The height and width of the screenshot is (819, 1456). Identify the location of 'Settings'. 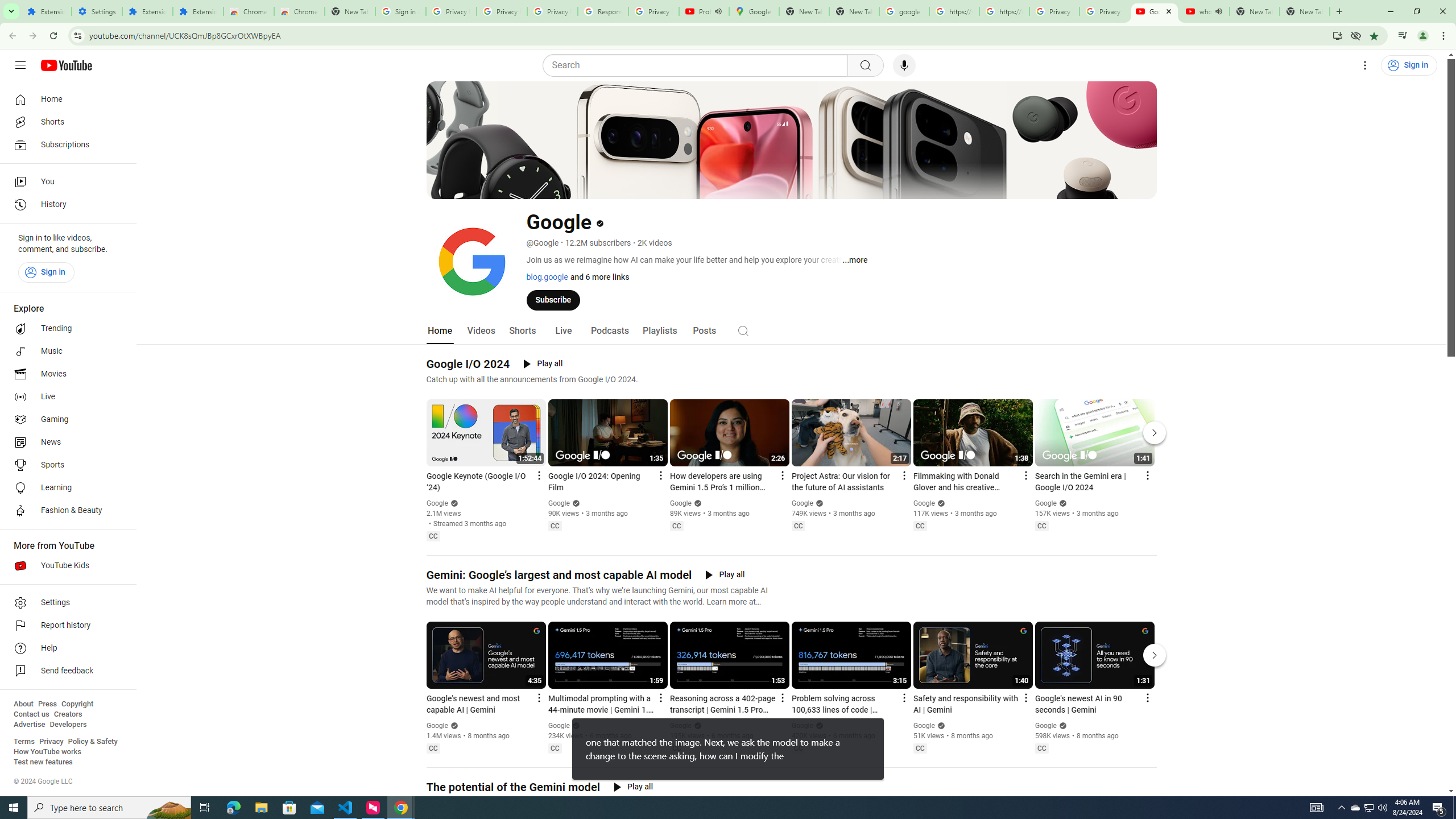
(1366, 65).